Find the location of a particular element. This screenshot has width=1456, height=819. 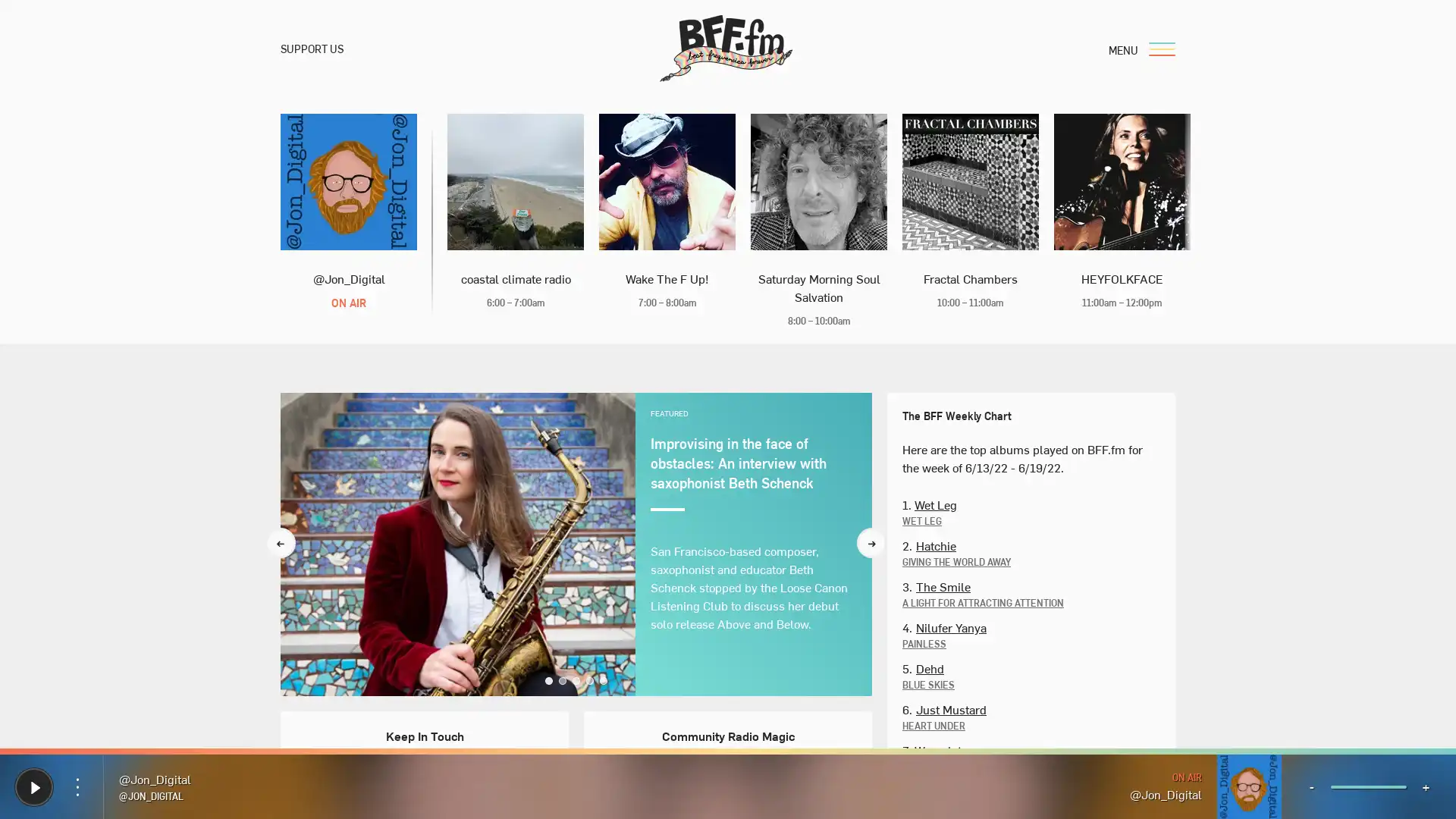

Play Play BFF.fm Live Radio is located at coordinates (14, 770).